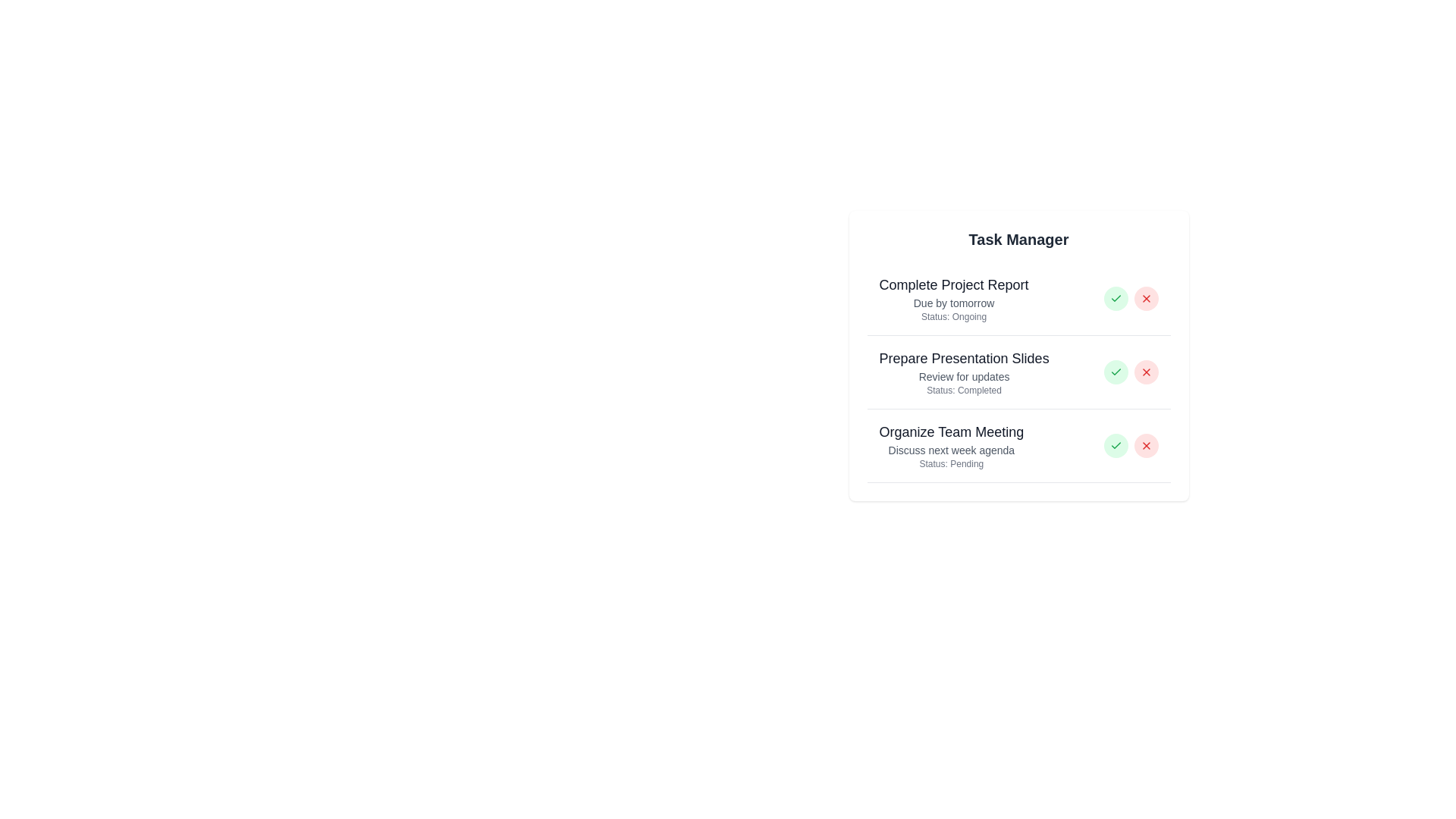 This screenshot has height=819, width=1456. Describe the element at coordinates (952, 303) in the screenshot. I see `the informational Text Label that provides the deadline for the 'Complete Project Report' task, located centrally below the heading and above the task status indicator` at that location.